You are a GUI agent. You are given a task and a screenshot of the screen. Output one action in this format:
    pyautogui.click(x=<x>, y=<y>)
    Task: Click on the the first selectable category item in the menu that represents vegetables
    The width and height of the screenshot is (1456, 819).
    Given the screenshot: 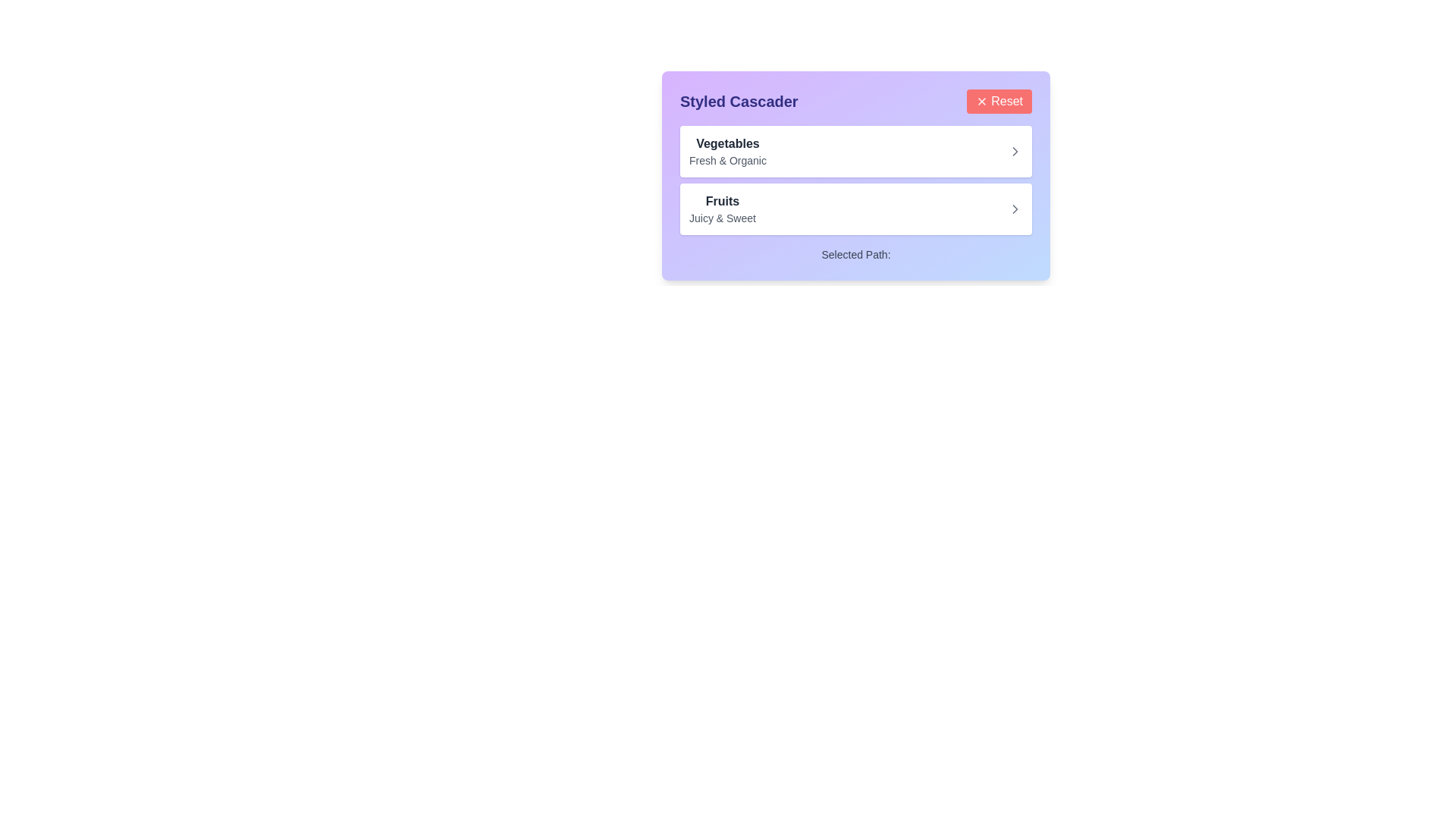 What is the action you would take?
    pyautogui.click(x=855, y=152)
    